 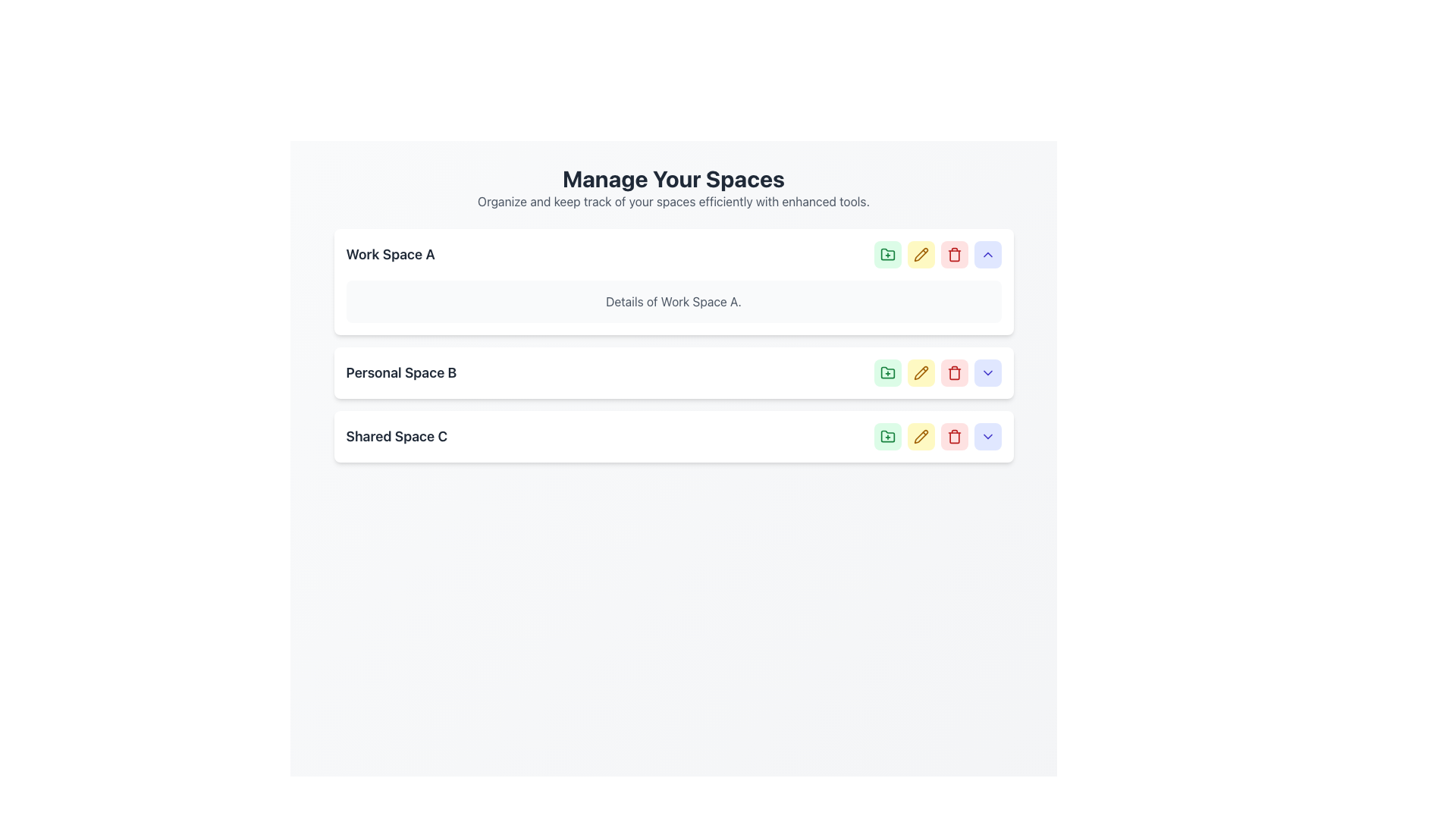 What do you see at coordinates (887, 253) in the screenshot?
I see `the folder icon with a smaller symbol located in the top-right corner of the controls for 'Work Space A'` at bounding box center [887, 253].